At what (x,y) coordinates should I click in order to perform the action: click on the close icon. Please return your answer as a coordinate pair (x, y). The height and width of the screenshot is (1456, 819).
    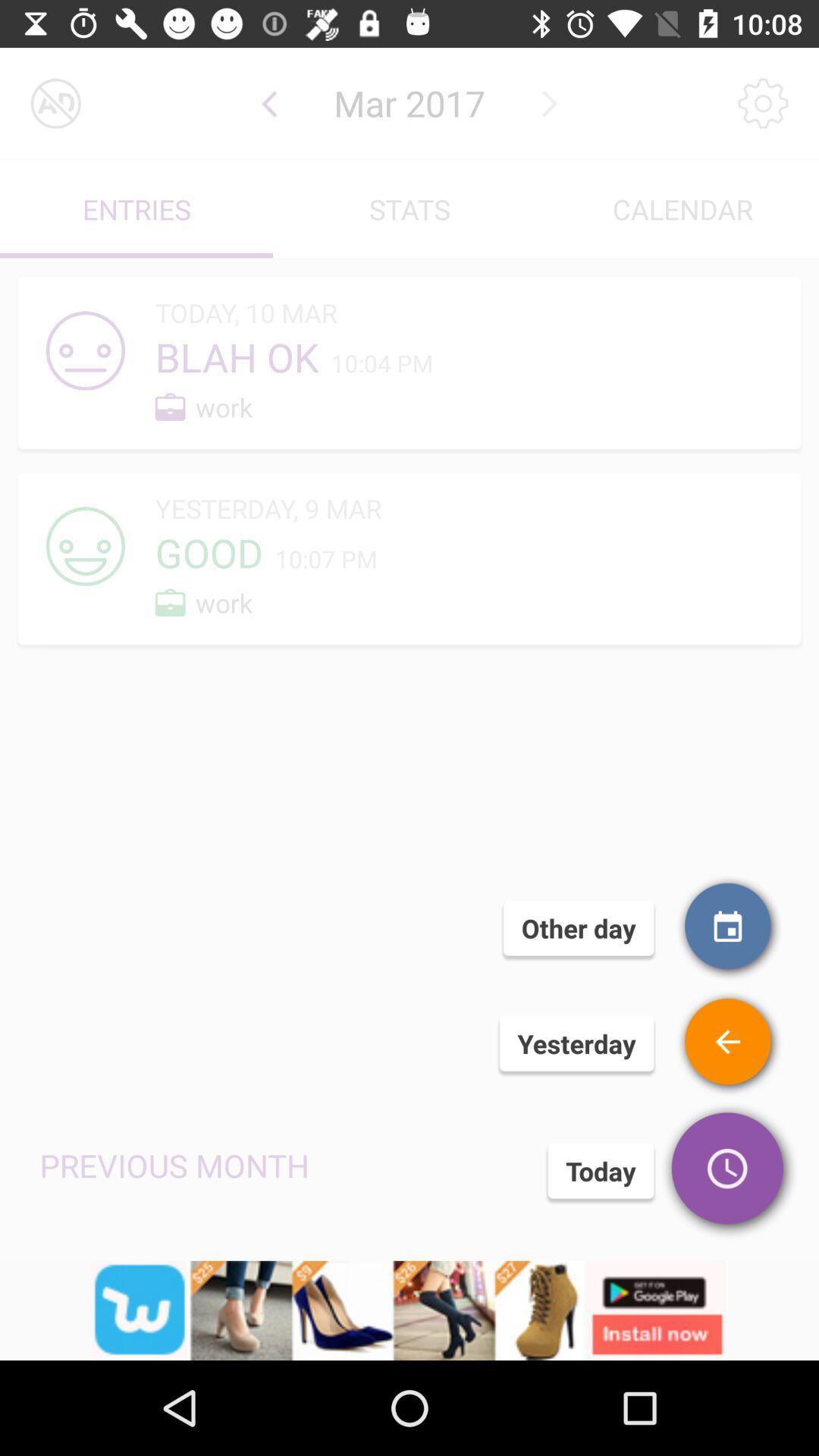
    Looking at the image, I should click on (55, 102).